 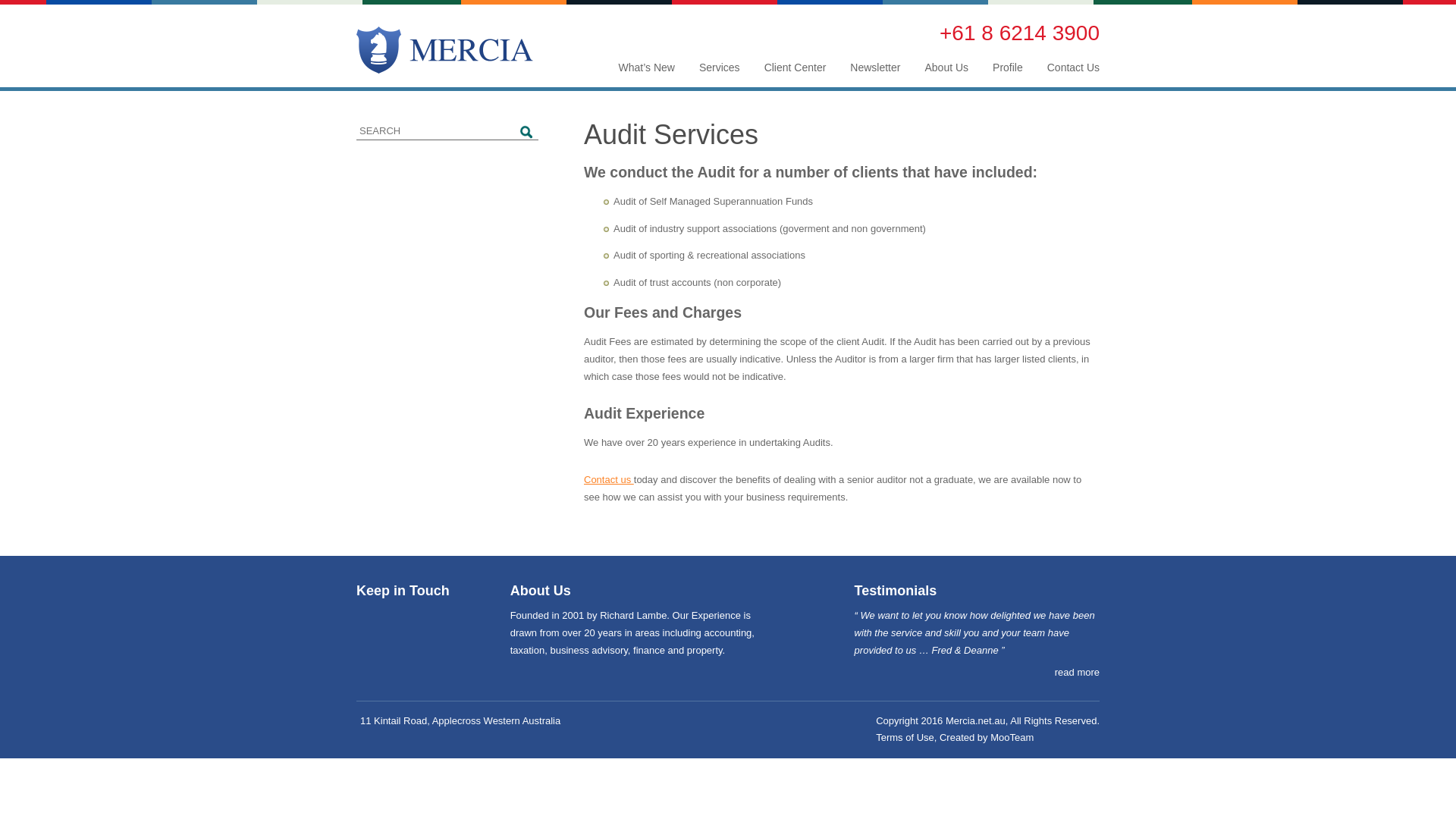 What do you see at coordinates (527, 131) in the screenshot?
I see `'Search'` at bounding box center [527, 131].